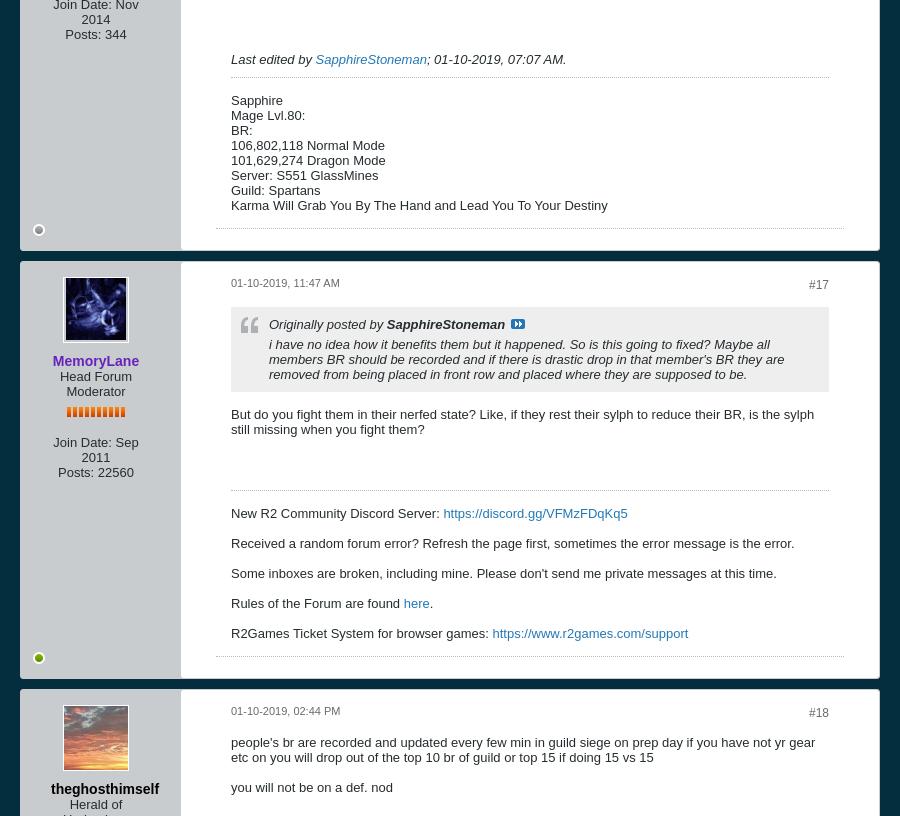 The height and width of the screenshot is (816, 900). Describe the element at coordinates (104, 788) in the screenshot. I see `'theghosthimself'` at that location.